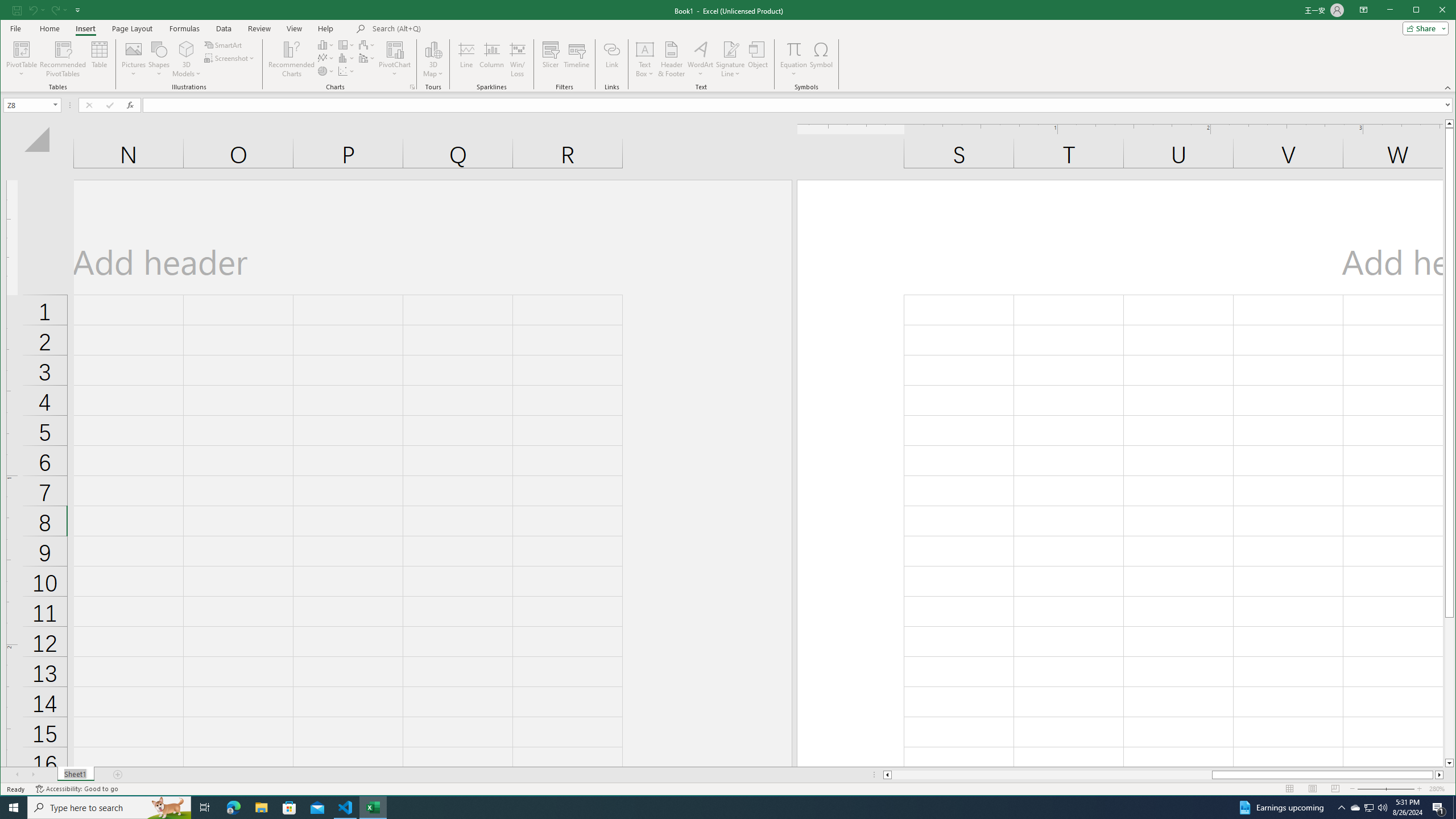 Image resolution: width=1456 pixels, height=819 pixels. Describe the element at coordinates (366, 44) in the screenshot. I see `'Insert Waterfall, Funnel, Stock, Surface, or Radar Chart'` at that location.